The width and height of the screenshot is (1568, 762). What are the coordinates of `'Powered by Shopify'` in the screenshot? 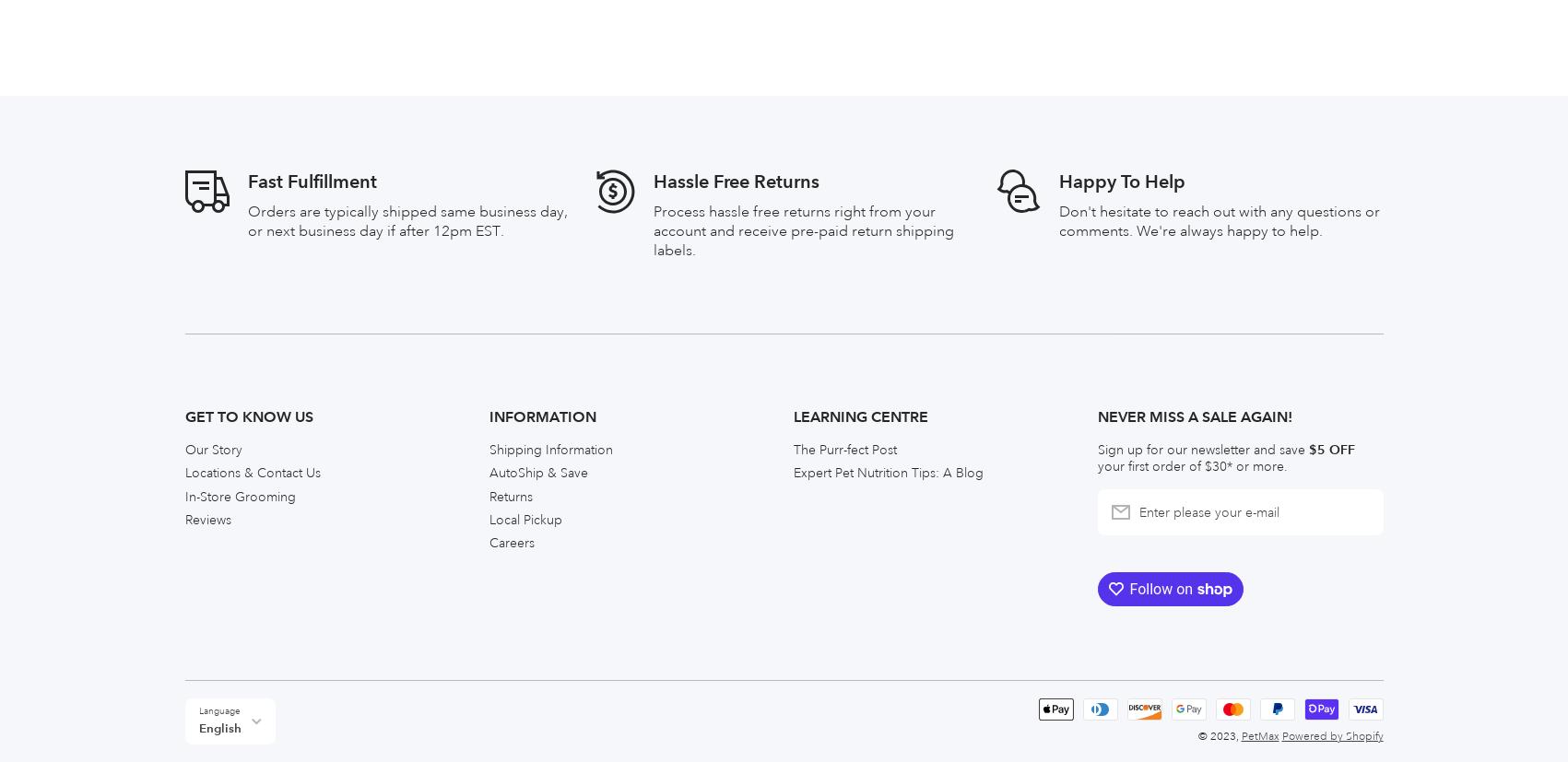 It's located at (1330, 321).